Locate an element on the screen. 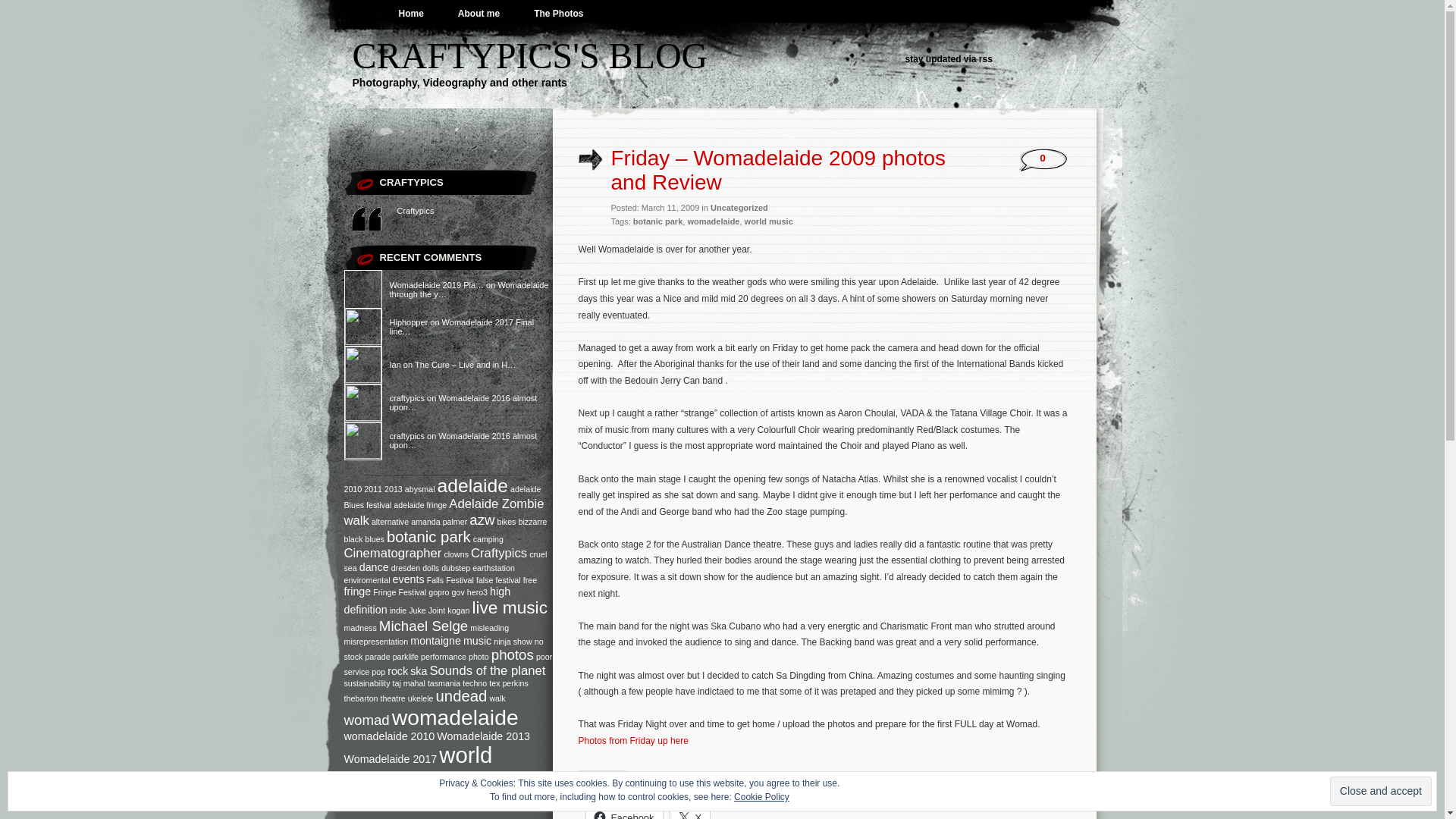 The width and height of the screenshot is (1456, 819). 'amanda palmer' is located at coordinates (438, 520).